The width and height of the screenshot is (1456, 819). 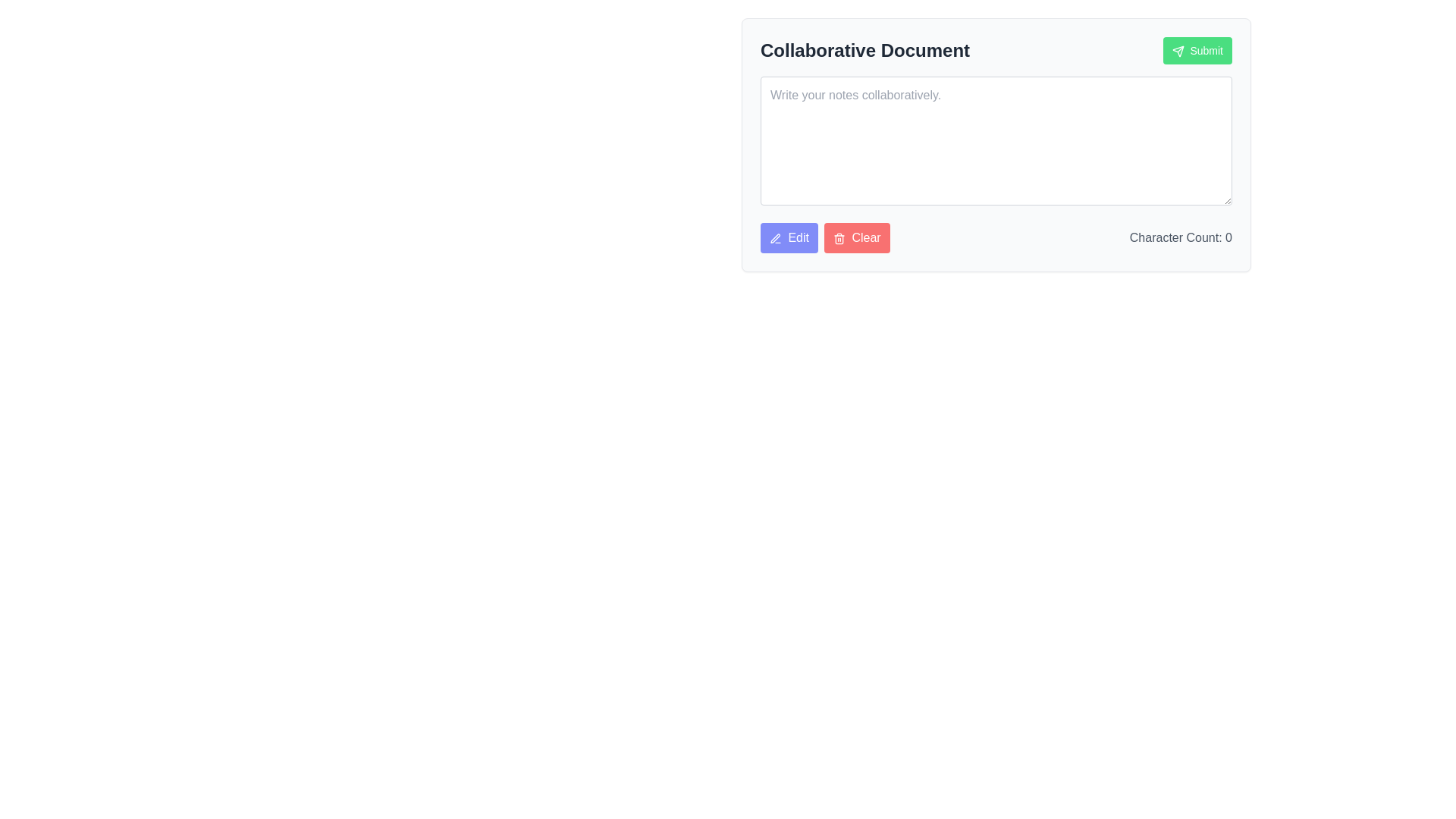 What do you see at coordinates (775, 238) in the screenshot?
I see `the pen icon in the toolbar` at bounding box center [775, 238].